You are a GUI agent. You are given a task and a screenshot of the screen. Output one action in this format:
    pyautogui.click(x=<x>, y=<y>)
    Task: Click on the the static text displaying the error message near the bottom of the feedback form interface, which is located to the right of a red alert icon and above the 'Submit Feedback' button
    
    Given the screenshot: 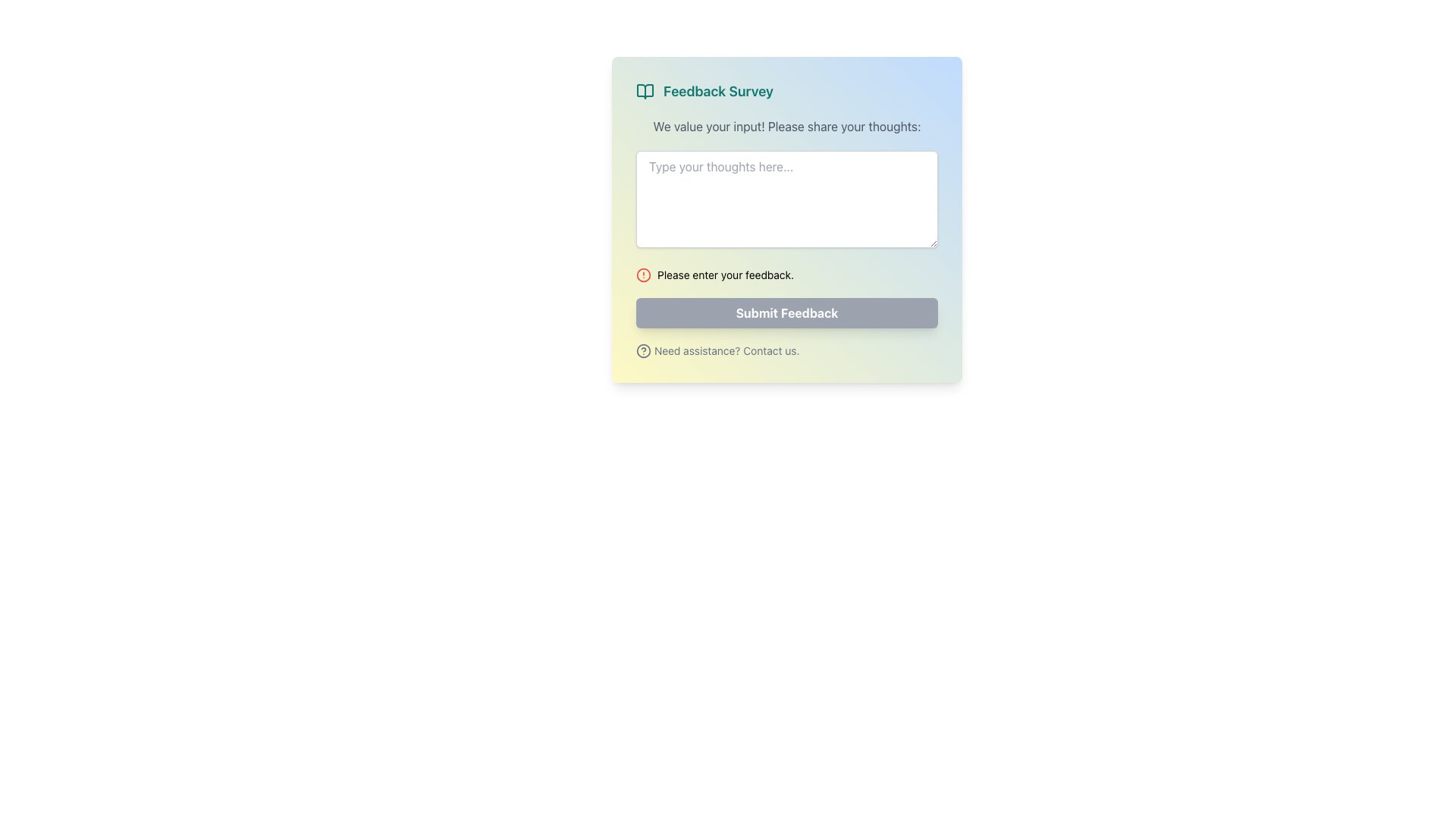 What is the action you would take?
    pyautogui.click(x=725, y=275)
    